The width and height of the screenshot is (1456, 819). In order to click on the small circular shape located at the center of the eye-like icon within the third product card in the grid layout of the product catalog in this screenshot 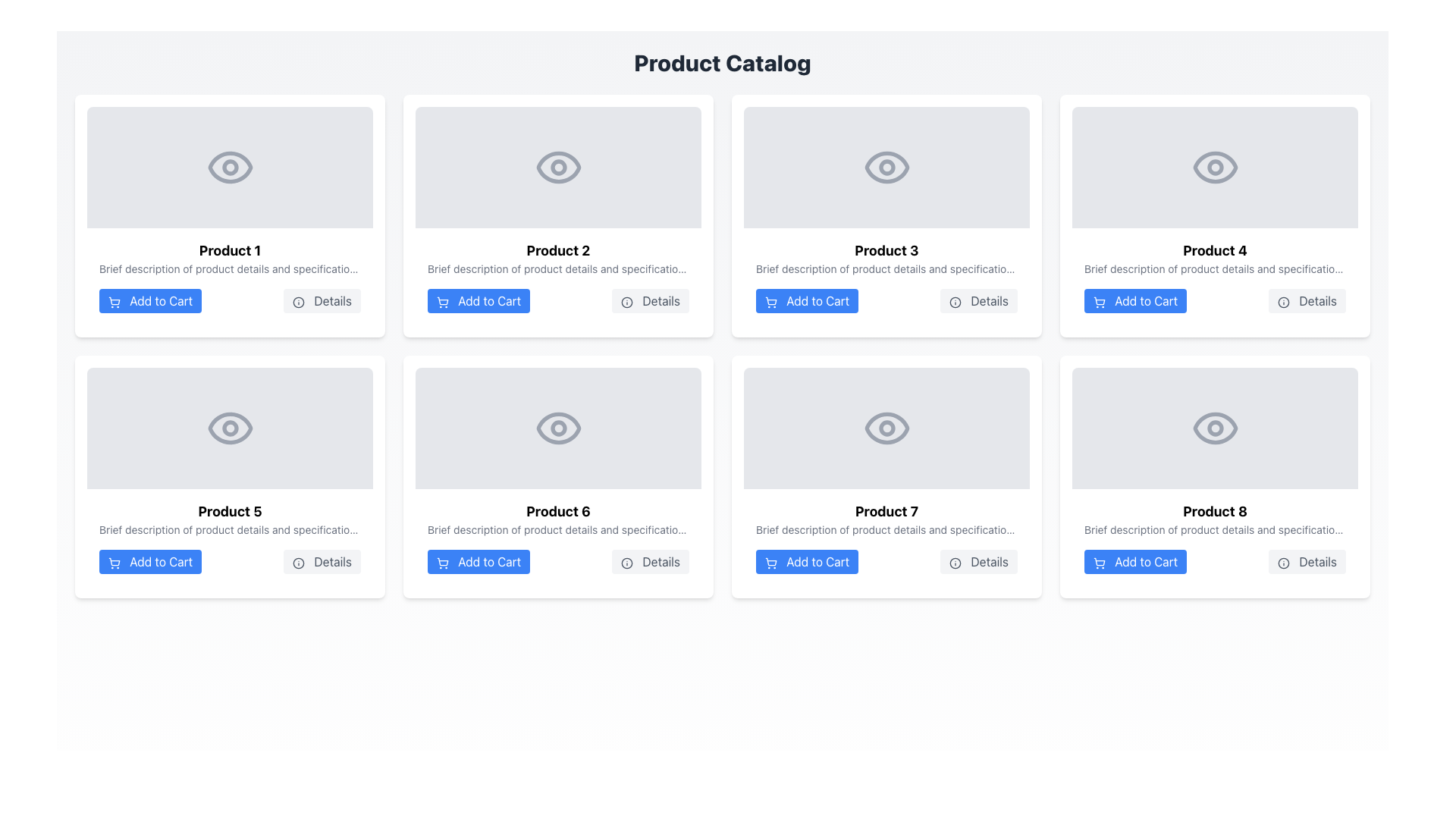, I will do `click(886, 167)`.